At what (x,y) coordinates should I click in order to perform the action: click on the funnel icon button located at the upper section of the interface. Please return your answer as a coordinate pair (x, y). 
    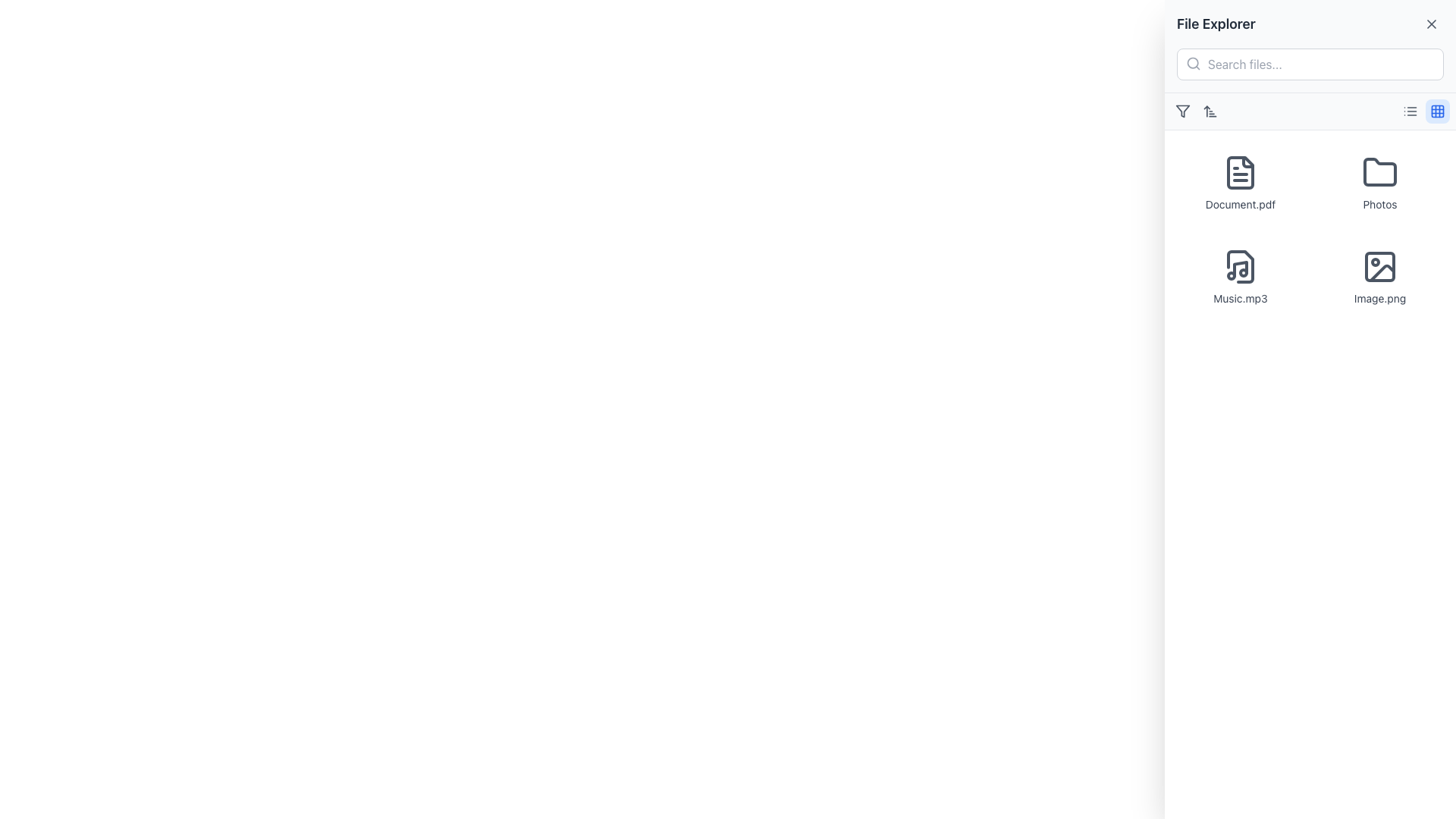
    Looking at the image, I should click on (1182, 110).